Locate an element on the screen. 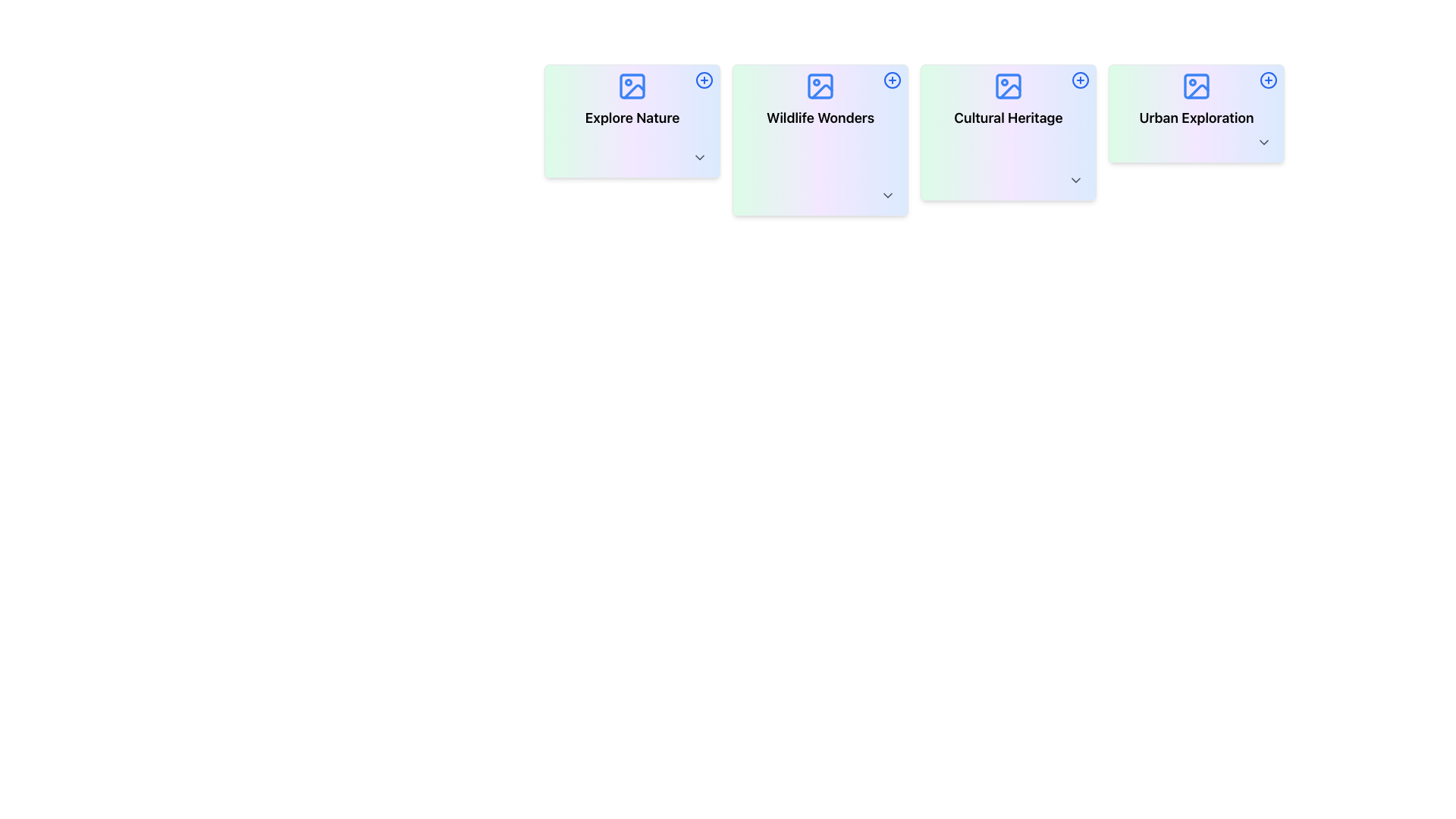 The width and height of the screenshot is (1456, 819). the decorative rectangle within the SVG graphic located at the top-center of the 'Explore Nature' card is located at coordinates (632, 86).